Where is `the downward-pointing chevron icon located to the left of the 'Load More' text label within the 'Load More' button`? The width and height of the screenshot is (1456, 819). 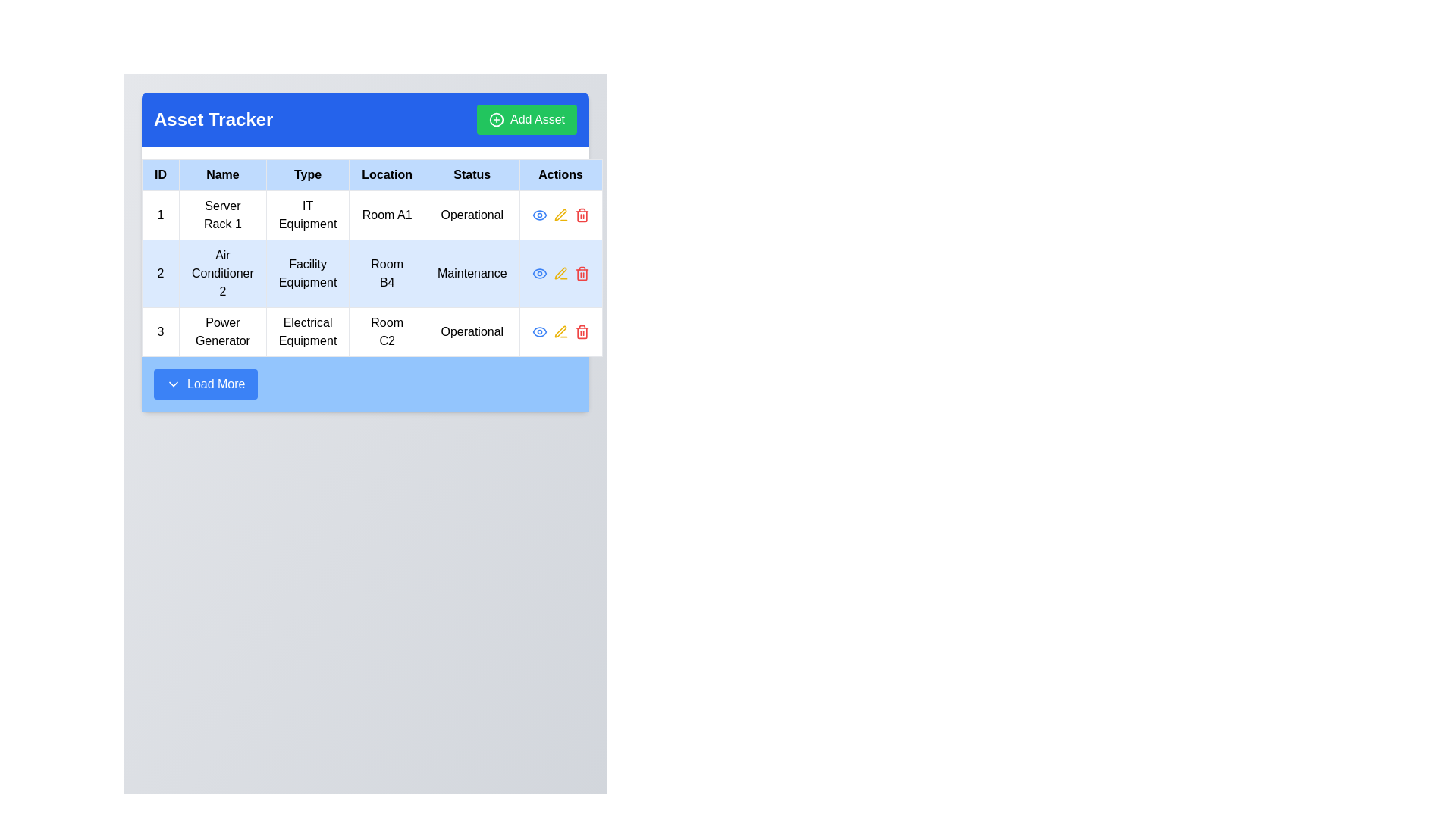 the downward-pointing chevron icon located to the left of the 'Load More' text label within the 'Load More' button is located at coordinates (174, 383).